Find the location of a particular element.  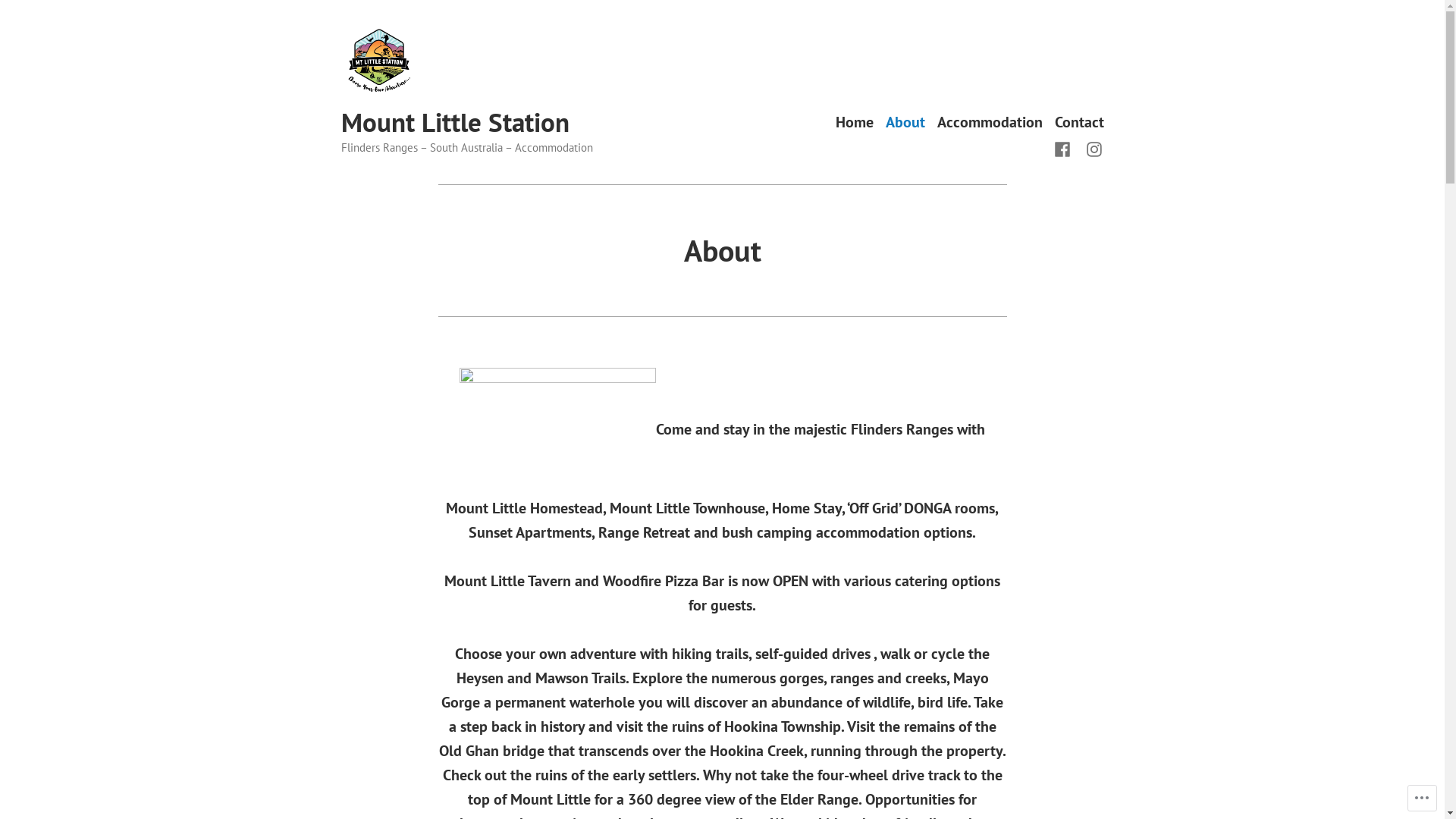

'Contact' is located at coordinates (1078, 121).